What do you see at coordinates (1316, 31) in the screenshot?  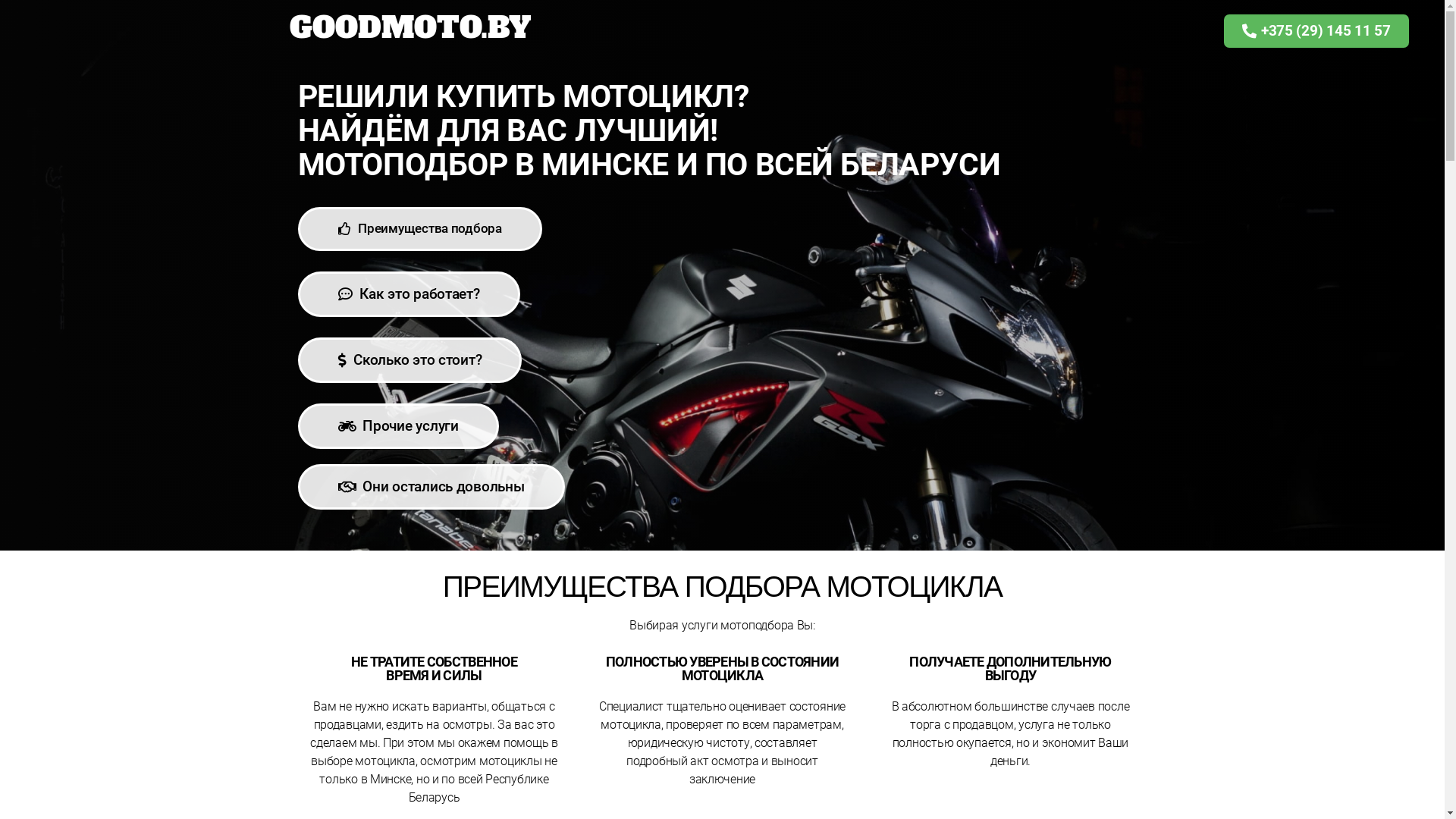 I see `'+375 (29) 145 11 57'` at bounding box center [1316, 31].